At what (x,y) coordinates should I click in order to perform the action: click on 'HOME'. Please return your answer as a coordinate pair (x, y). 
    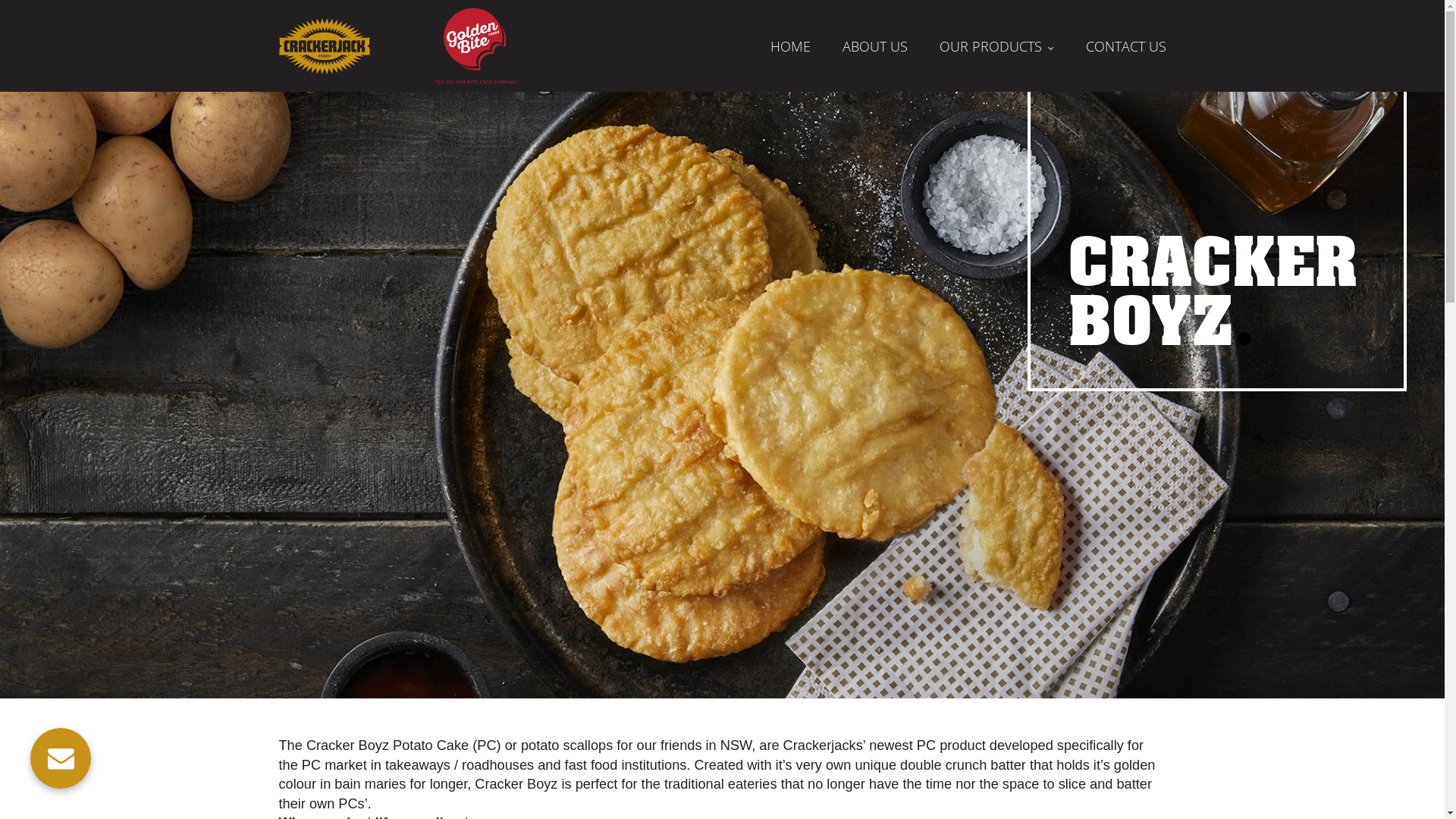
    Looking at the image, I should click on (789, 45).